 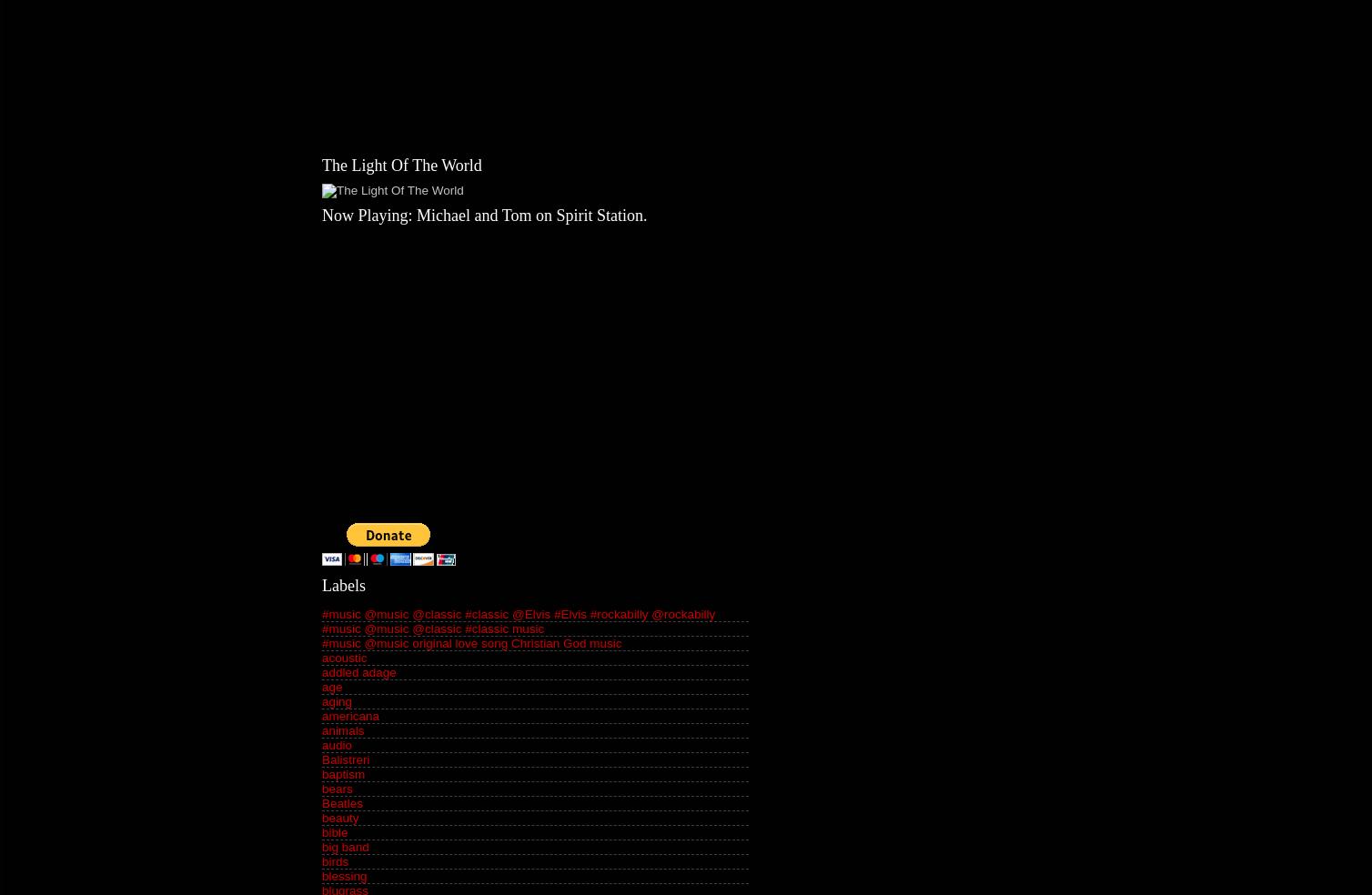 I want to click on 'bible', so click(x=333, y=832).